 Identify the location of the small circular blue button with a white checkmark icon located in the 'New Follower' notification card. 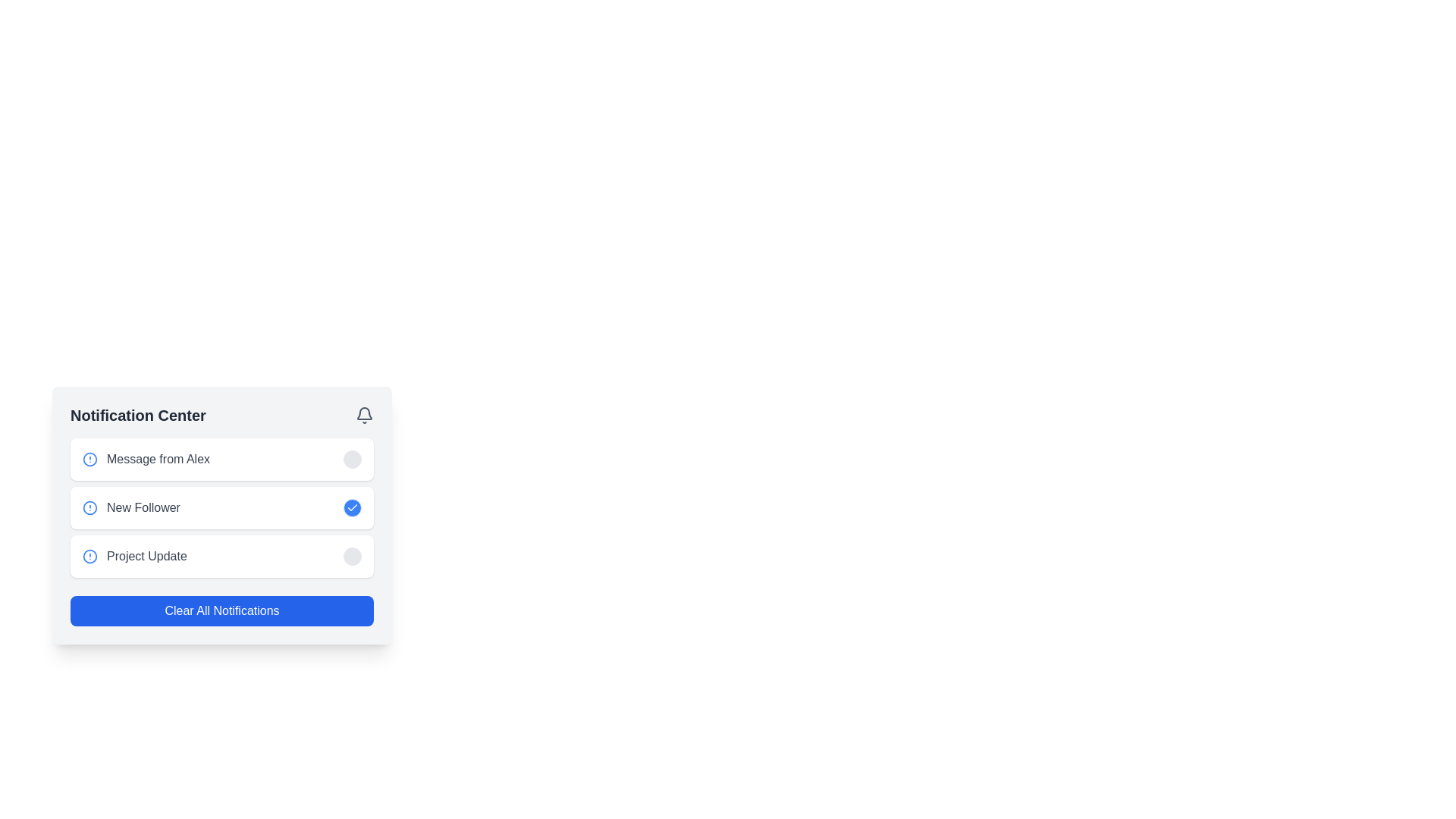
(352, 508).